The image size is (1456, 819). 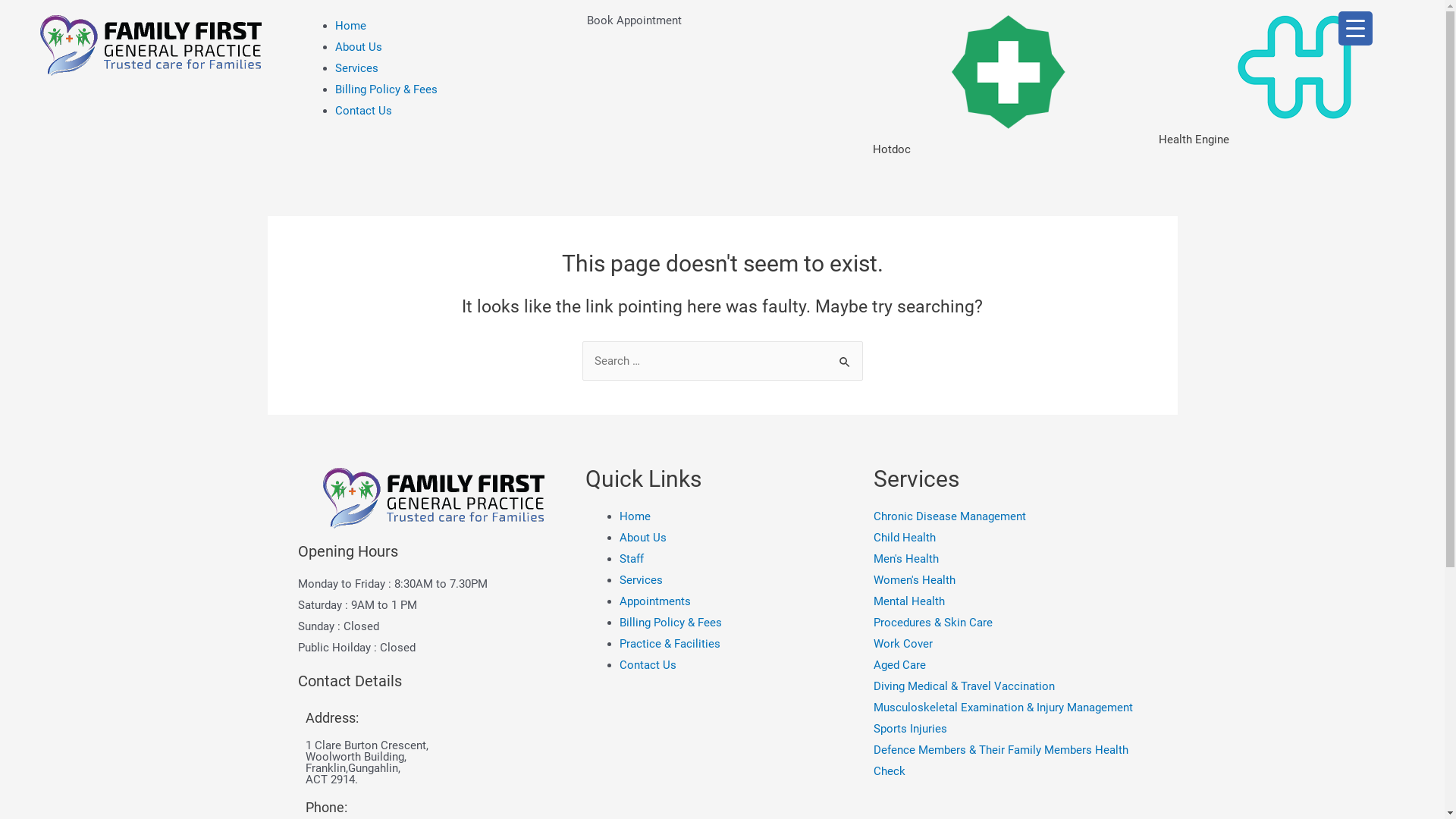 I want to click on 'Men's Health', so click(x=874, y=558).